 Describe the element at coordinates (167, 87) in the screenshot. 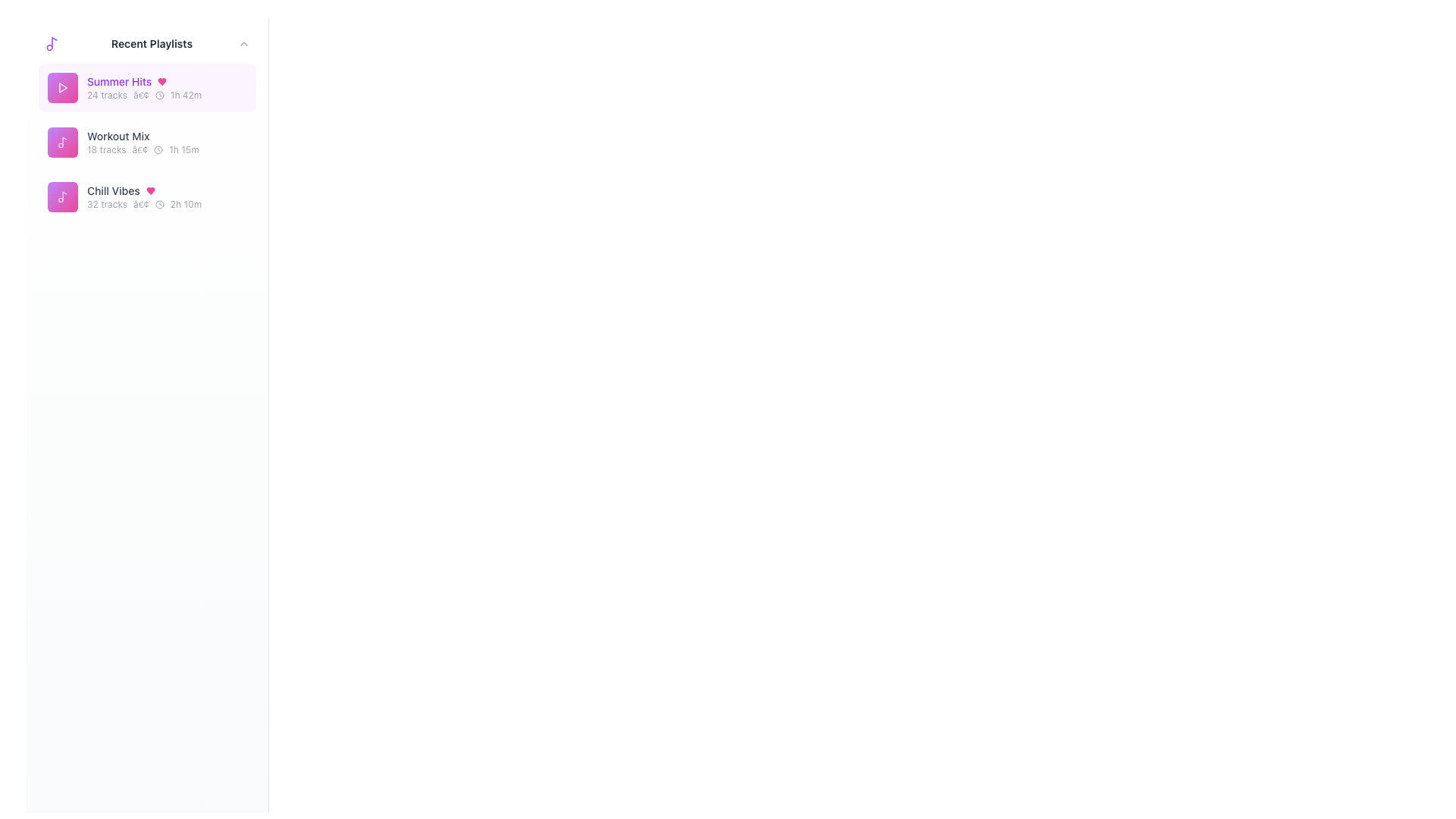

I see `the Text label with metadata that displays the playlist summary titled 'Summer Hits', including track count and duration, located as the first entry in the recent playlists list` at that location.